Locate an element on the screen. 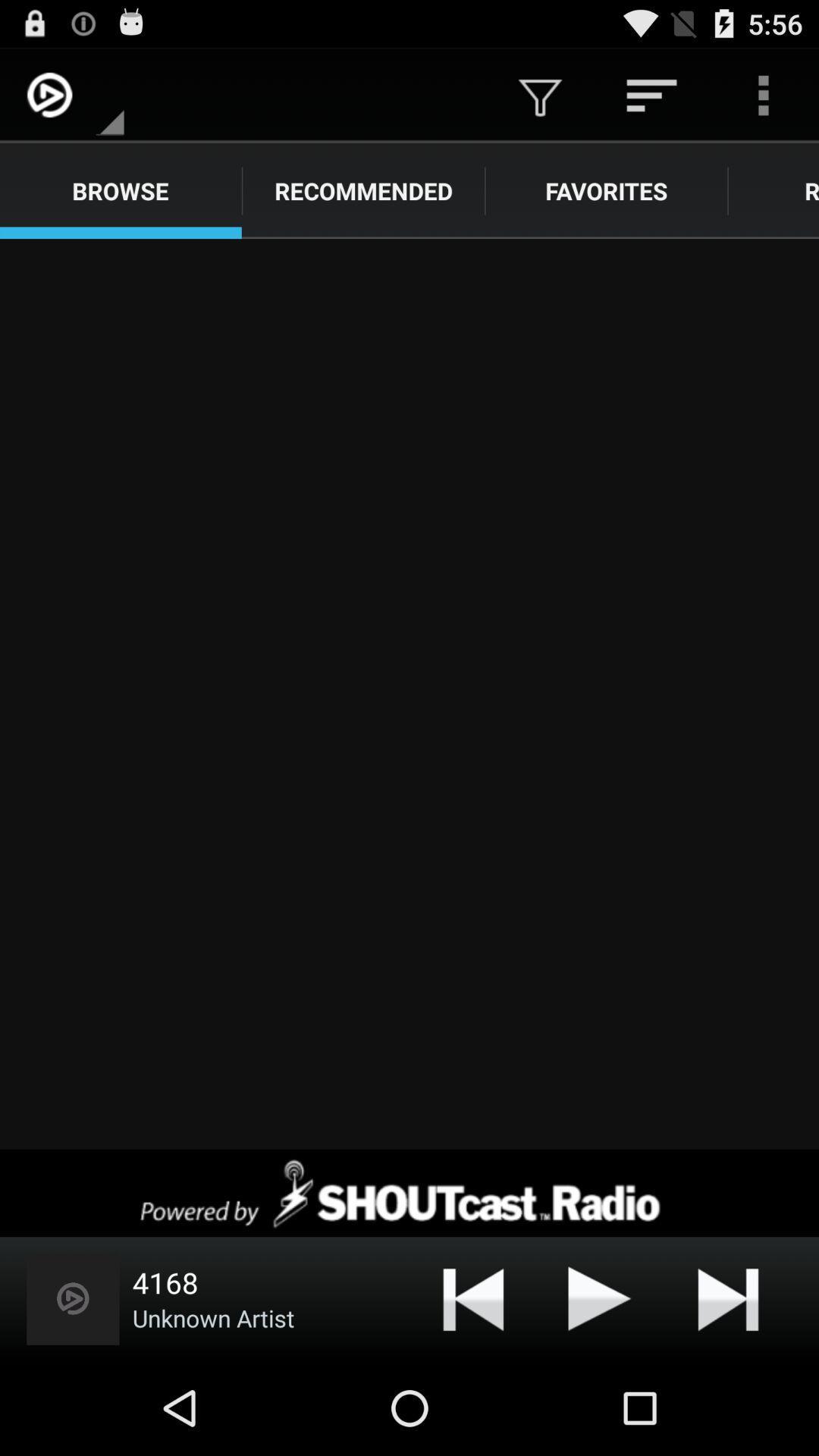 This screenshot has height=1456, width=819. the send icon is located at coordinates (599, 1389).